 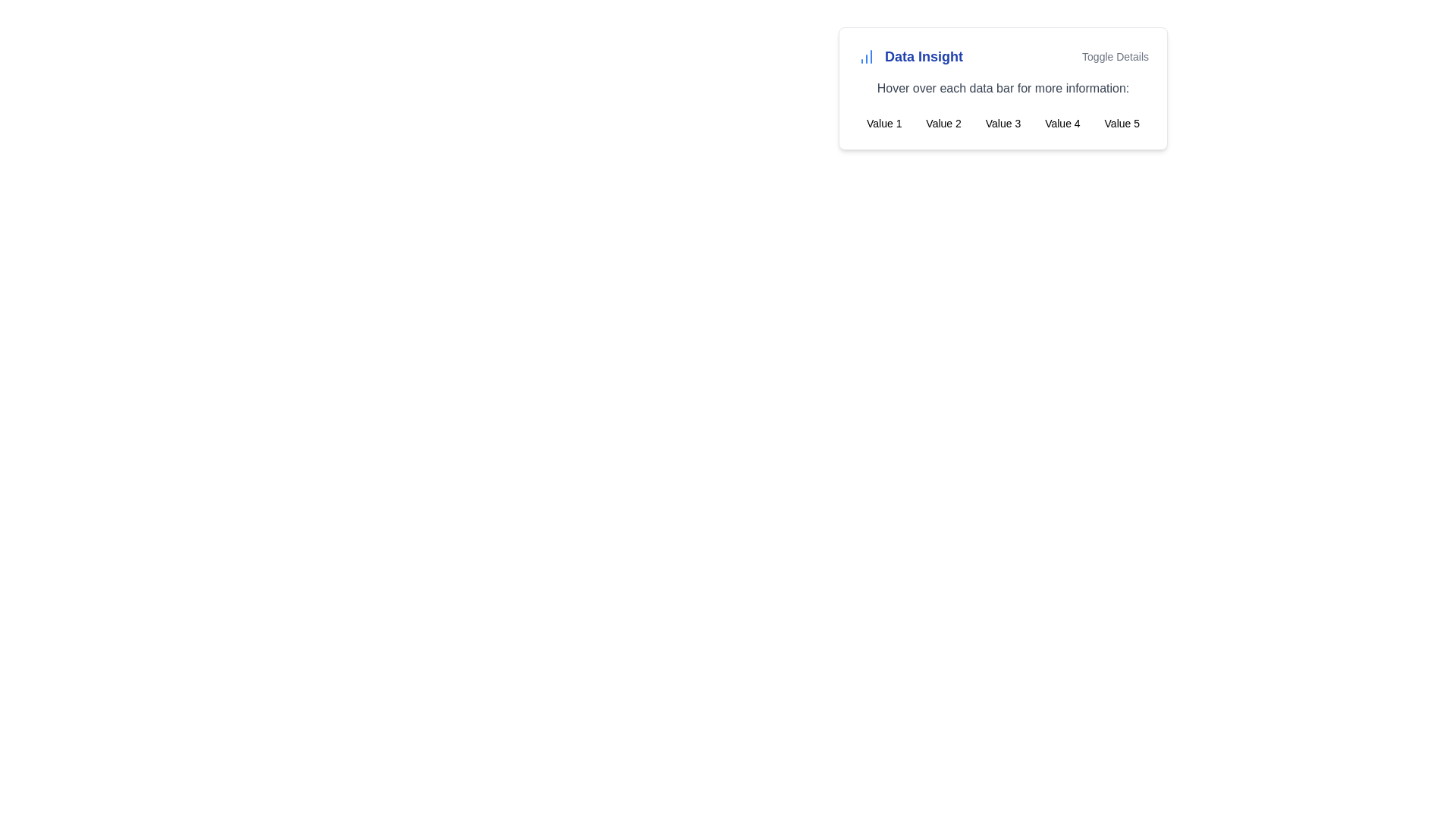 I want to click on the blue bar chart icon located to the left of the text 'Data Insight', so click(x=866, y=55).